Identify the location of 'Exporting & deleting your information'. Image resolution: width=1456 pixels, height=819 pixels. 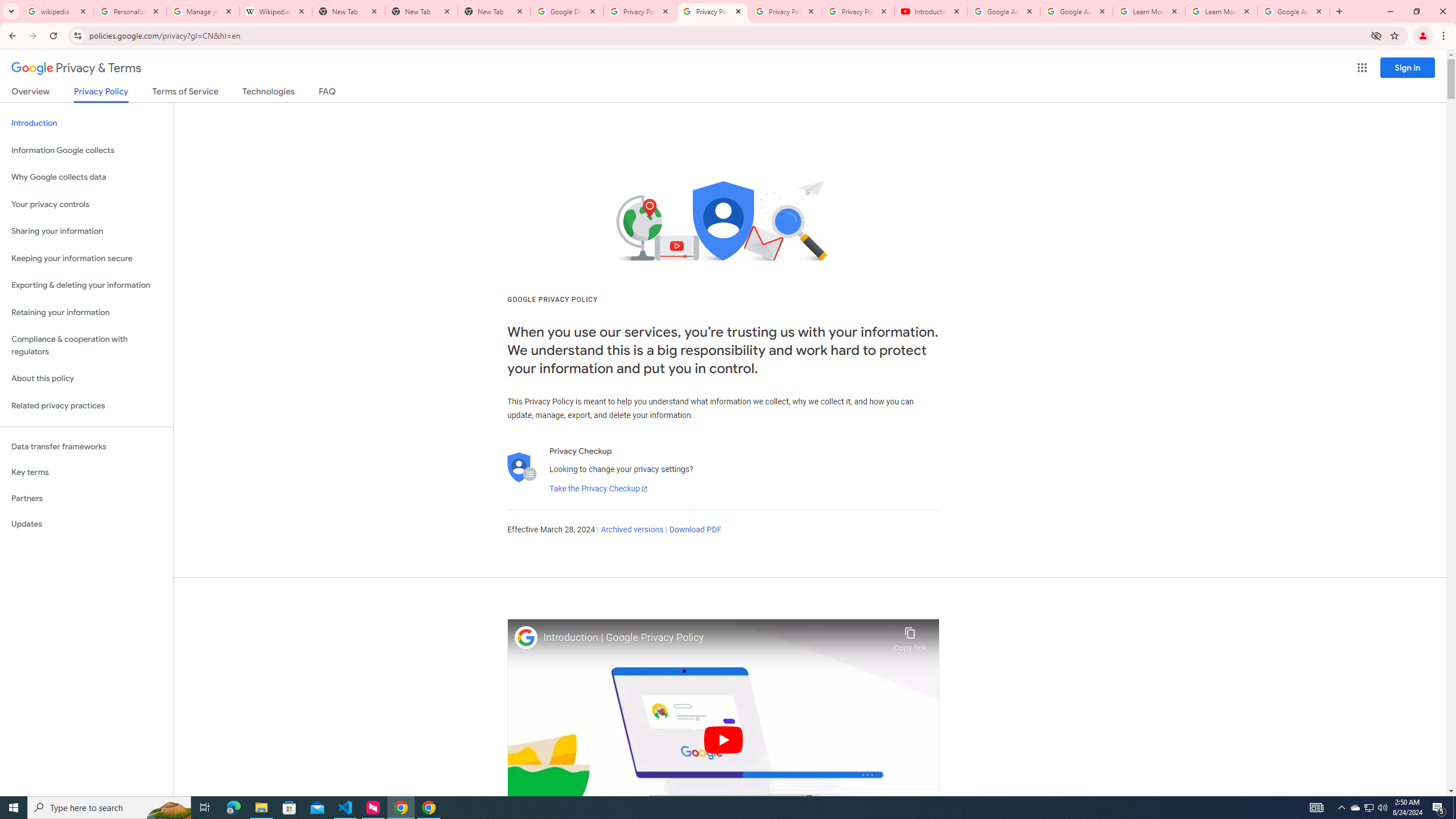
(86, 285).